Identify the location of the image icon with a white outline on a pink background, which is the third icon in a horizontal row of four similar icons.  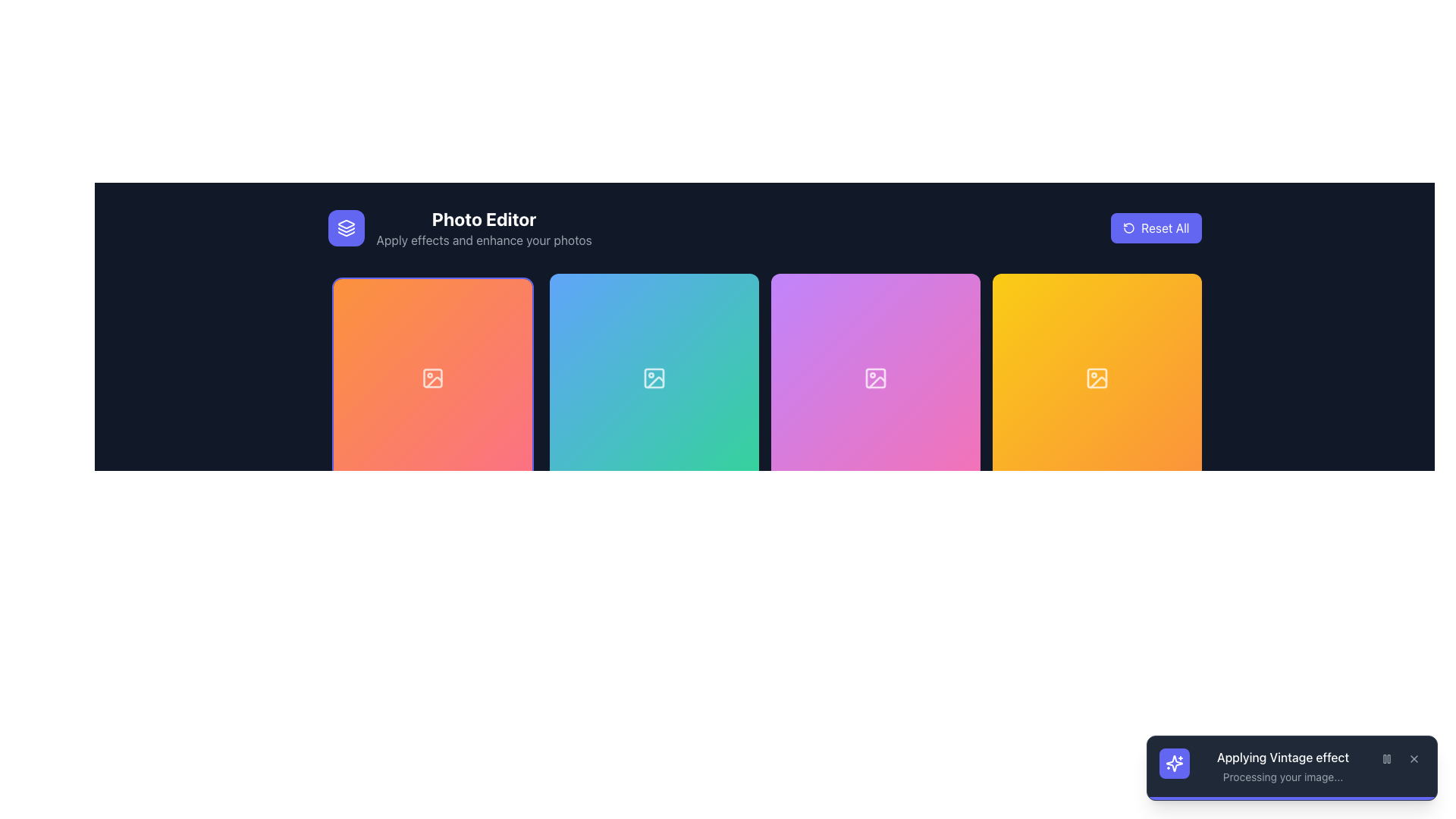
(875, 377).